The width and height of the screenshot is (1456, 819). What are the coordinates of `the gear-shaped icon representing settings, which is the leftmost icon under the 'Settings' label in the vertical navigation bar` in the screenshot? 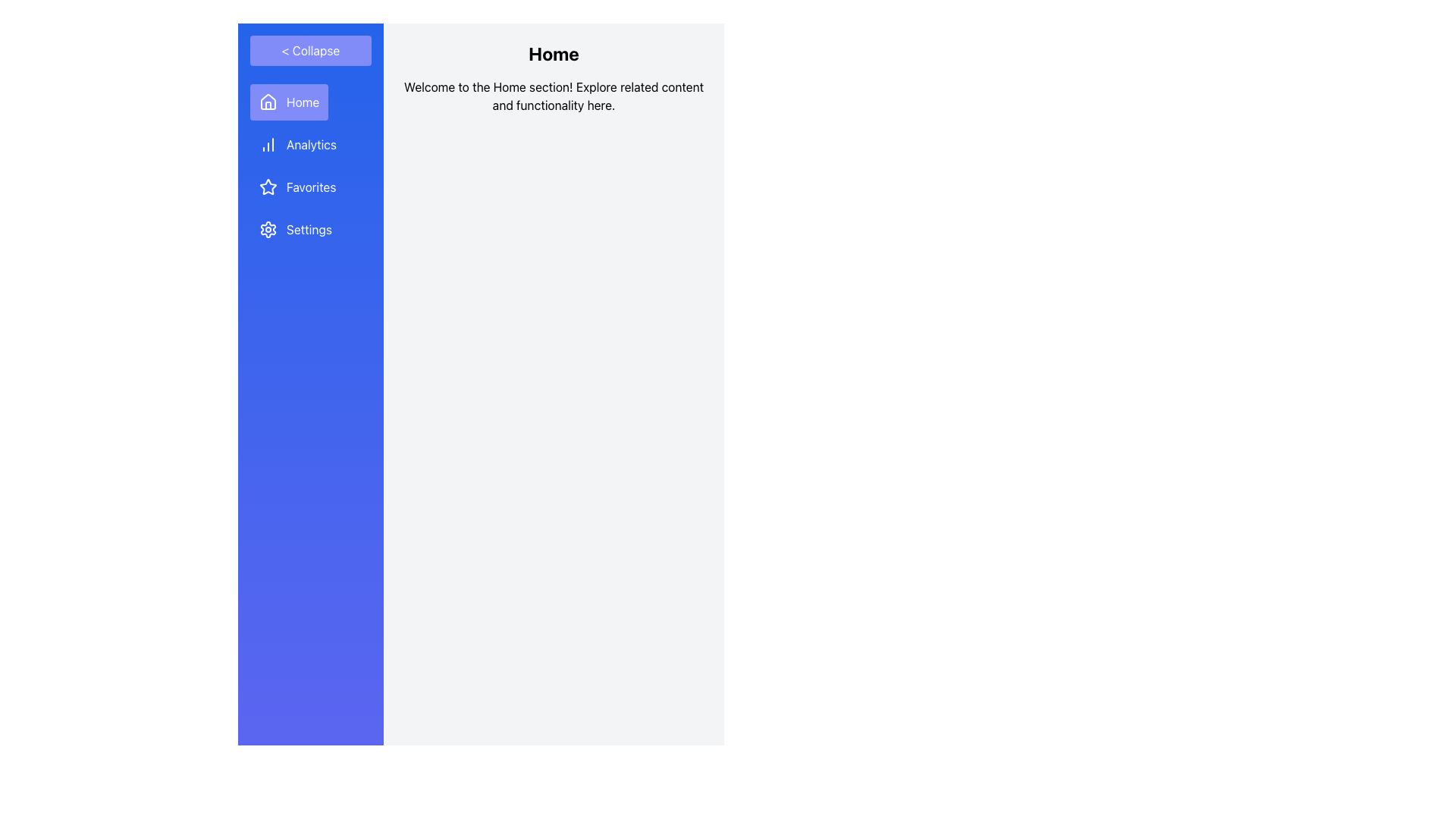 It's located at (268, 230).